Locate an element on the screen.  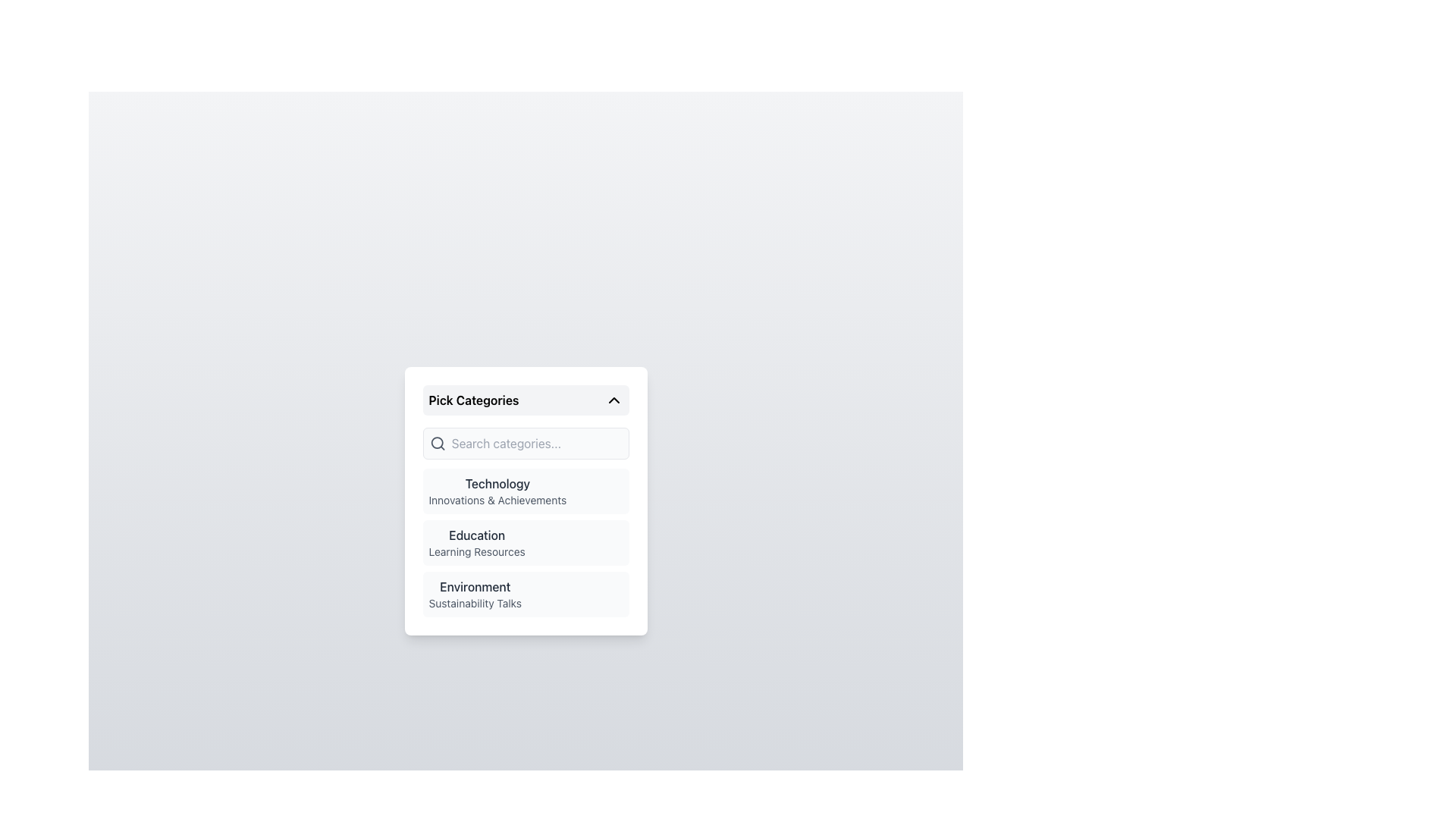
the text element displaying 'Environment' in a bold, dark gray font, which is positioned prominently above 'Sustainability Talks' within a modal titled 'Pick Categories.' is located at coordinates (474, 586).